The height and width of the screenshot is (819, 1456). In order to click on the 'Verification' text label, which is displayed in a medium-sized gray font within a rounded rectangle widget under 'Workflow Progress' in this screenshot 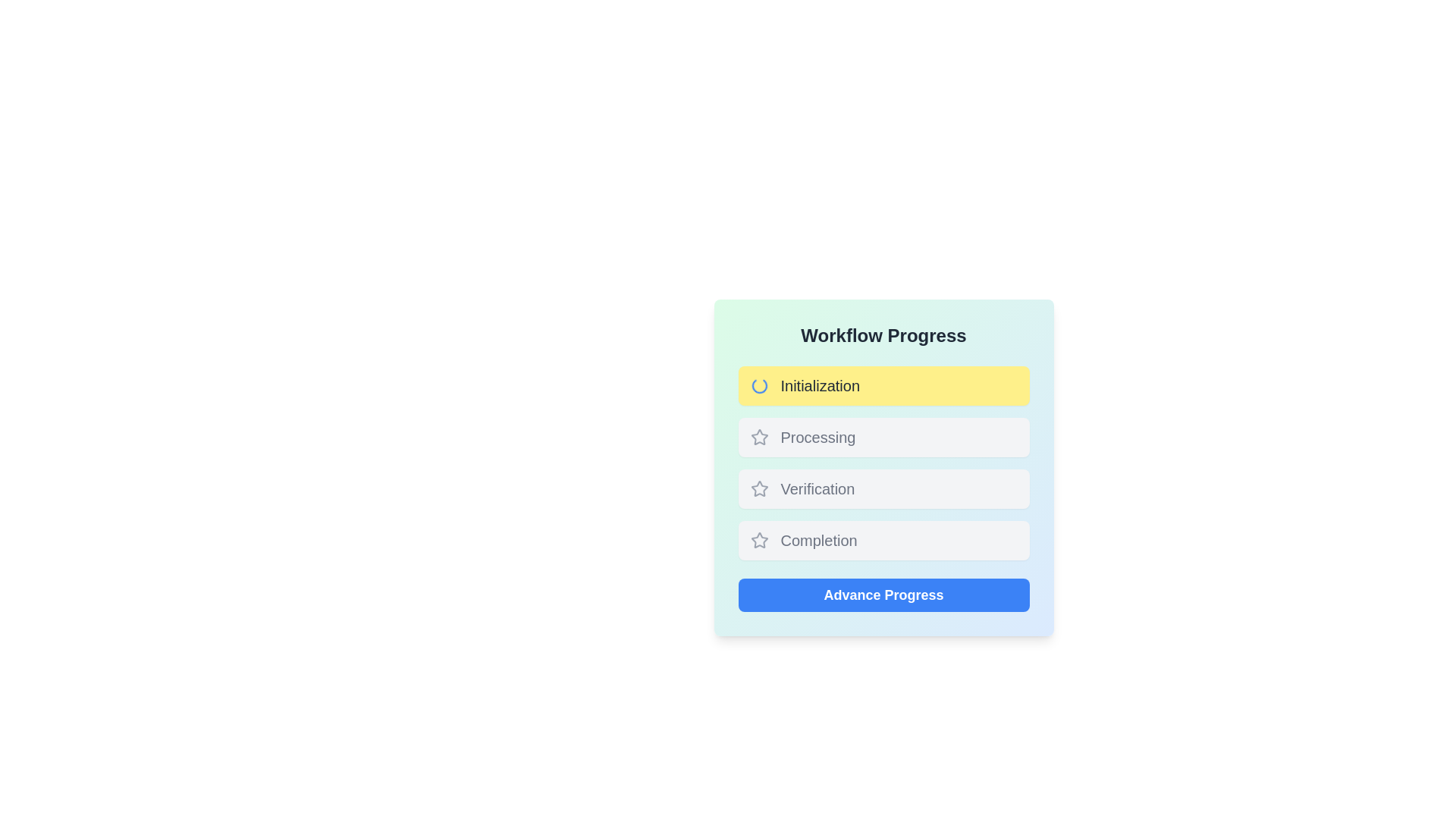, I will do `click(817, 488)`.